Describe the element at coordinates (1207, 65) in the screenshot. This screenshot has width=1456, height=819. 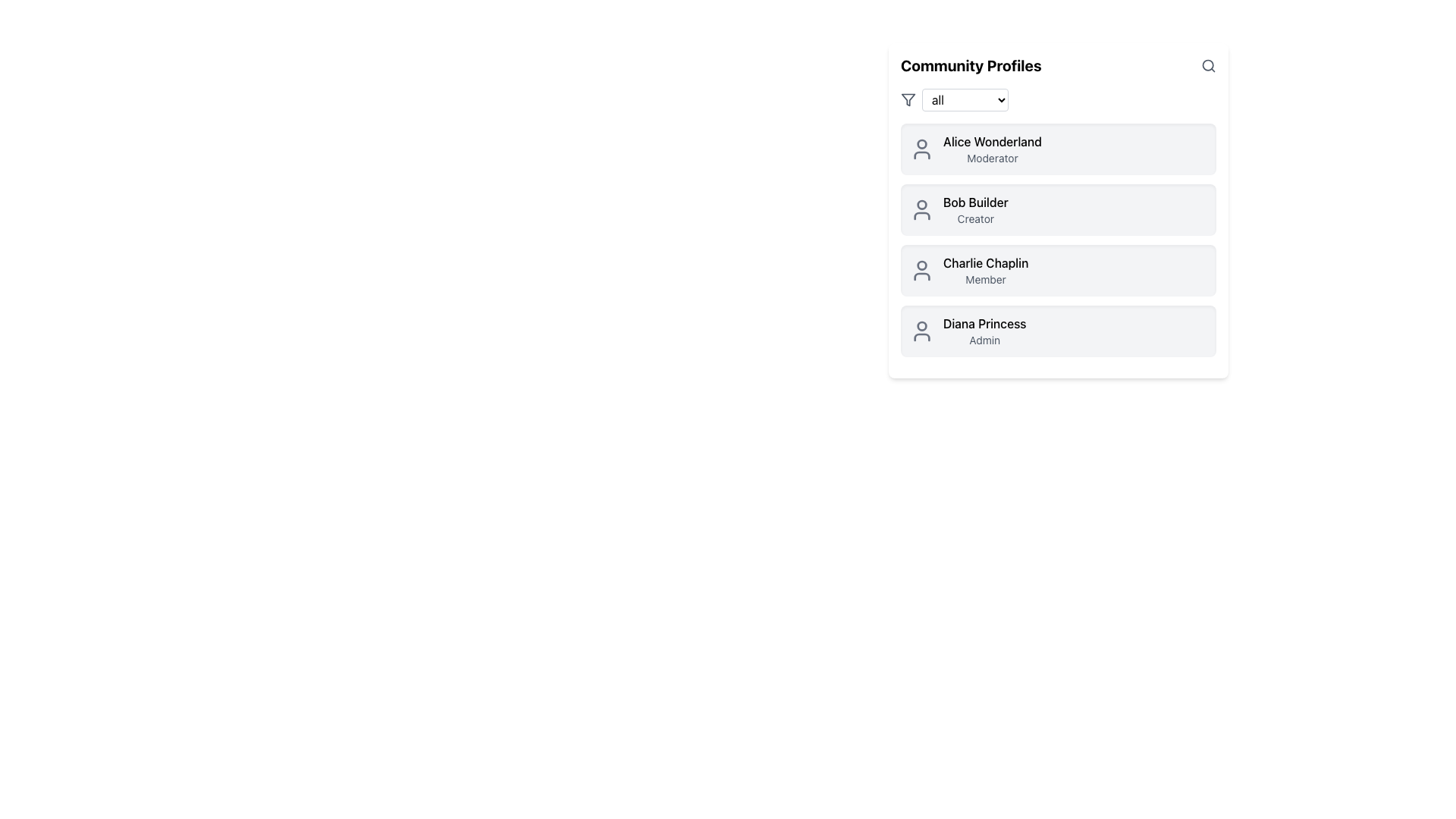
I see `the search icon shaped like a magnifying glass located at the top-right corner of the 'Community Profiles' header` at that location.